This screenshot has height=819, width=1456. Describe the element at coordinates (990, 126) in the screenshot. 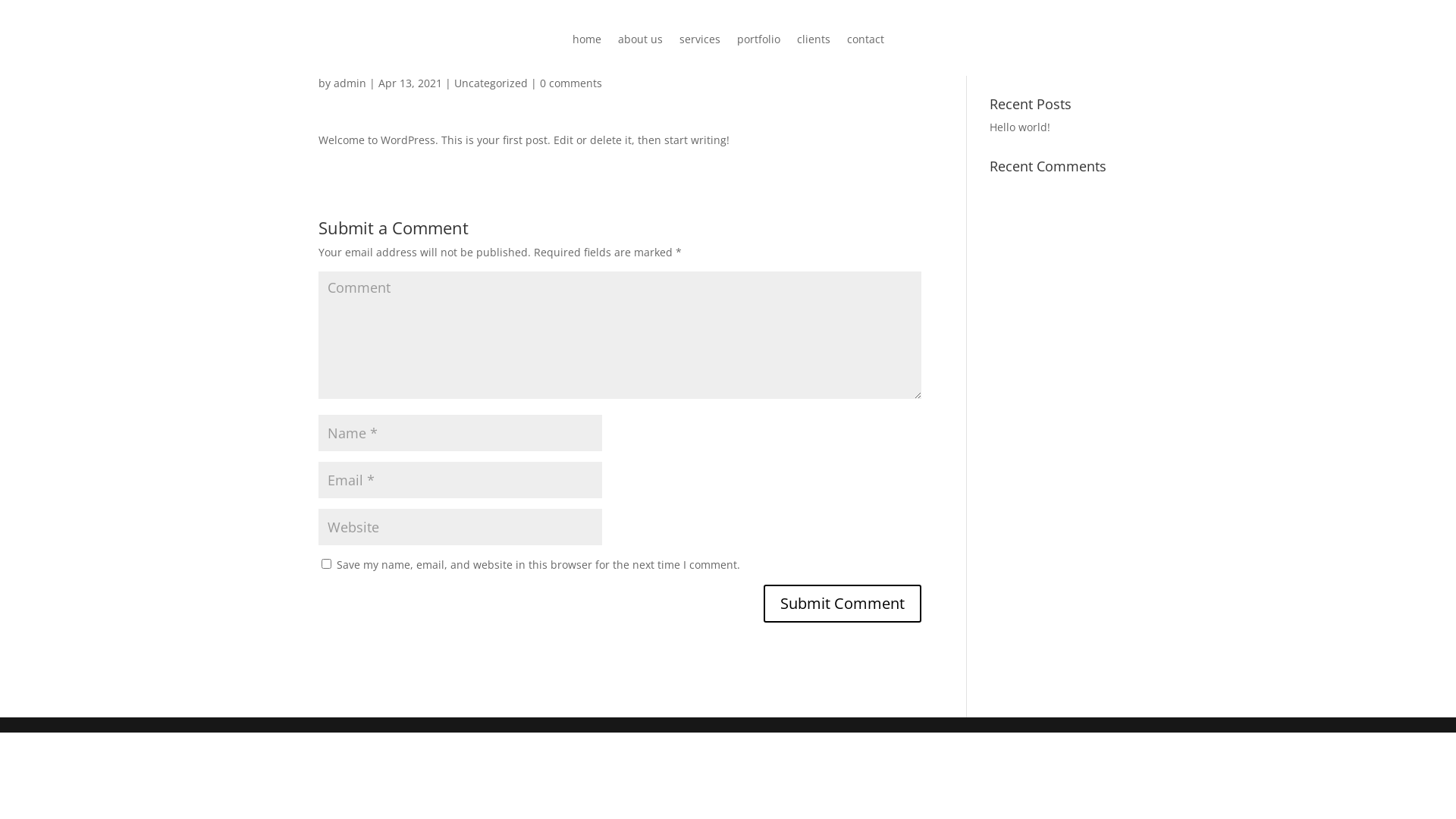

I see `'Hello world!'` at that location.